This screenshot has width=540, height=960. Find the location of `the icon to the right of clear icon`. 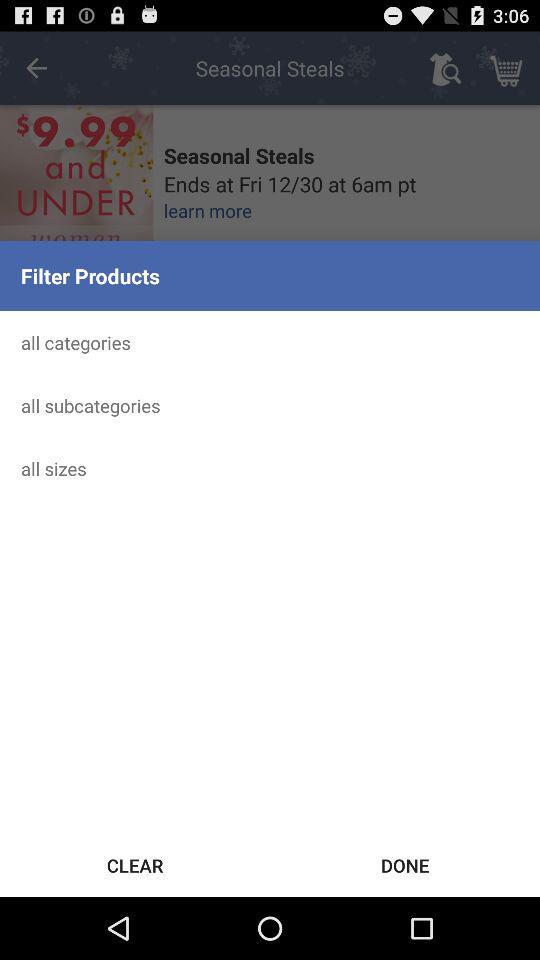

the icon to the right of clear icon is located at coordinates (405, 864).